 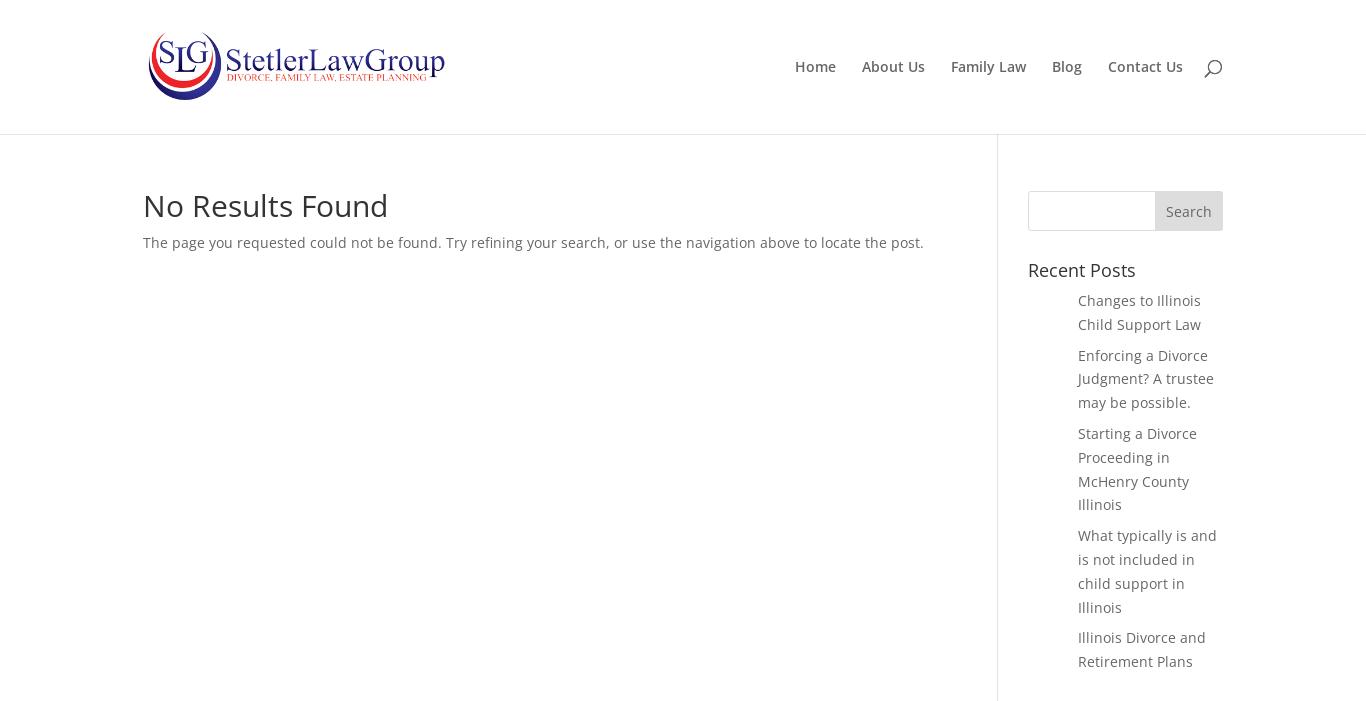 I want to click on 'Enforcing a Divorce Judgment?  A trustee may be possible.', so click(x=1144, y=378).